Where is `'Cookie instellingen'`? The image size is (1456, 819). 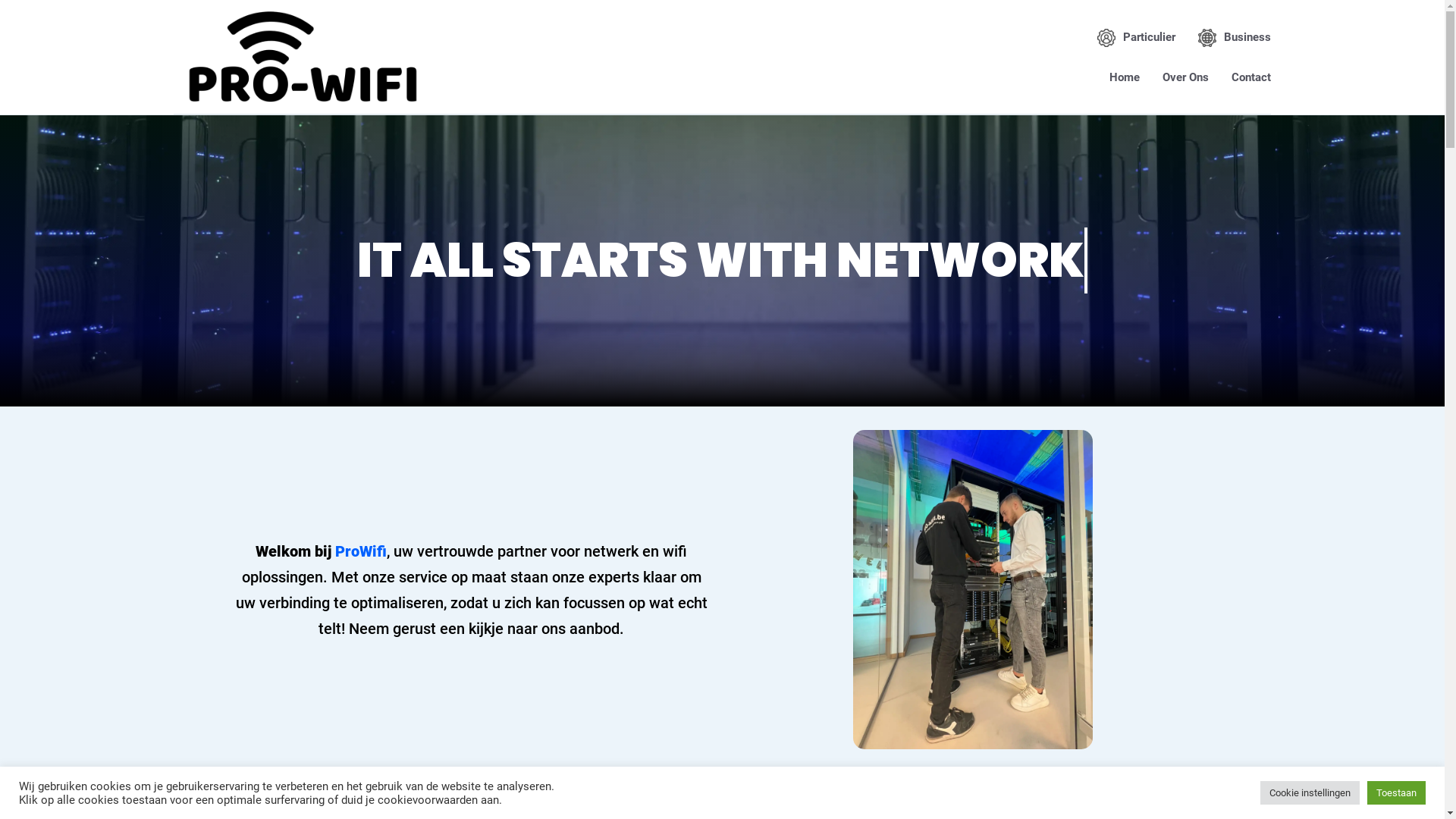
'Cookie instellingen' is located at coordinates (1309, 792).